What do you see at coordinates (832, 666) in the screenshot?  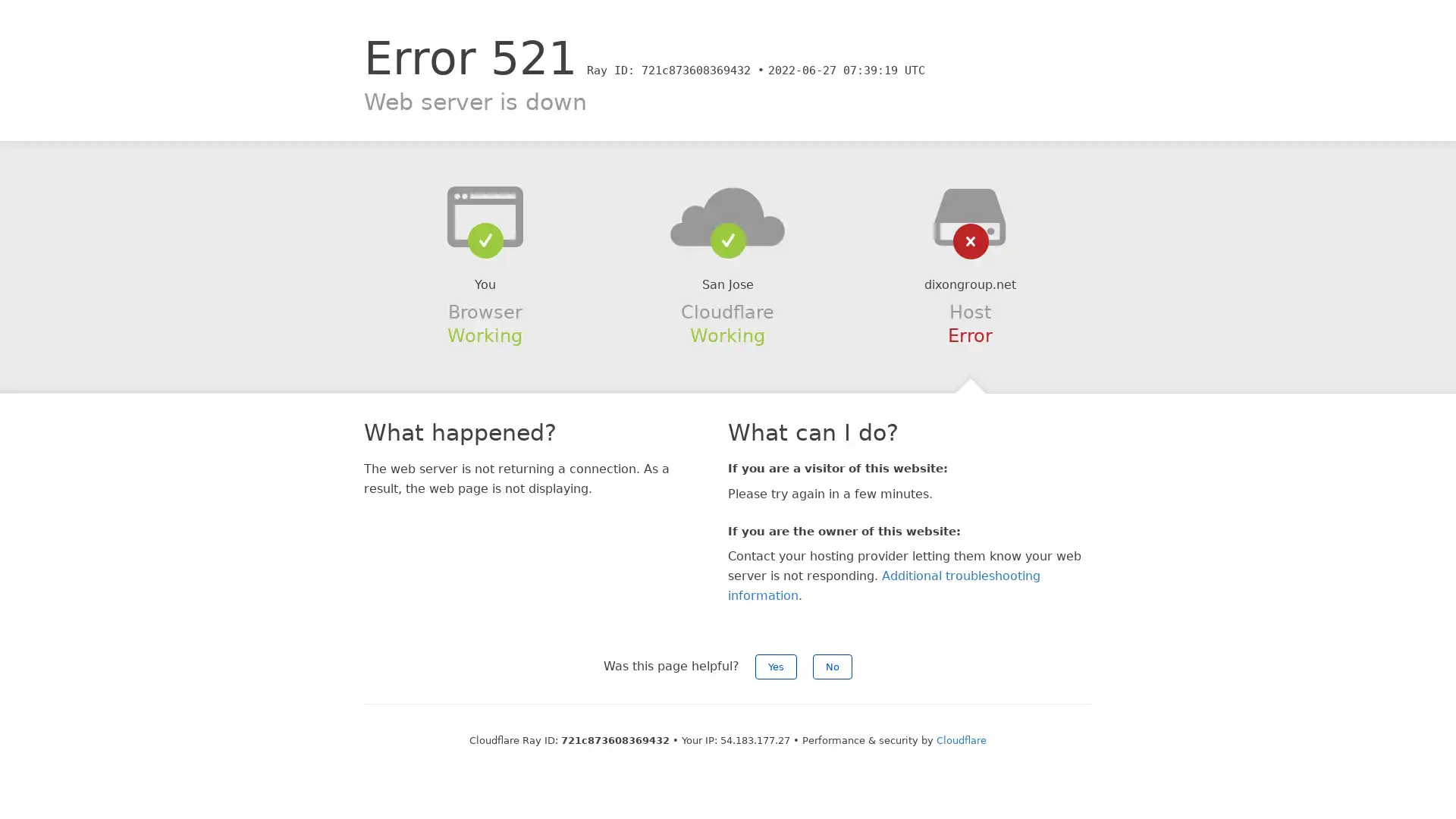 I see `No` at bounding box center [832, 666].